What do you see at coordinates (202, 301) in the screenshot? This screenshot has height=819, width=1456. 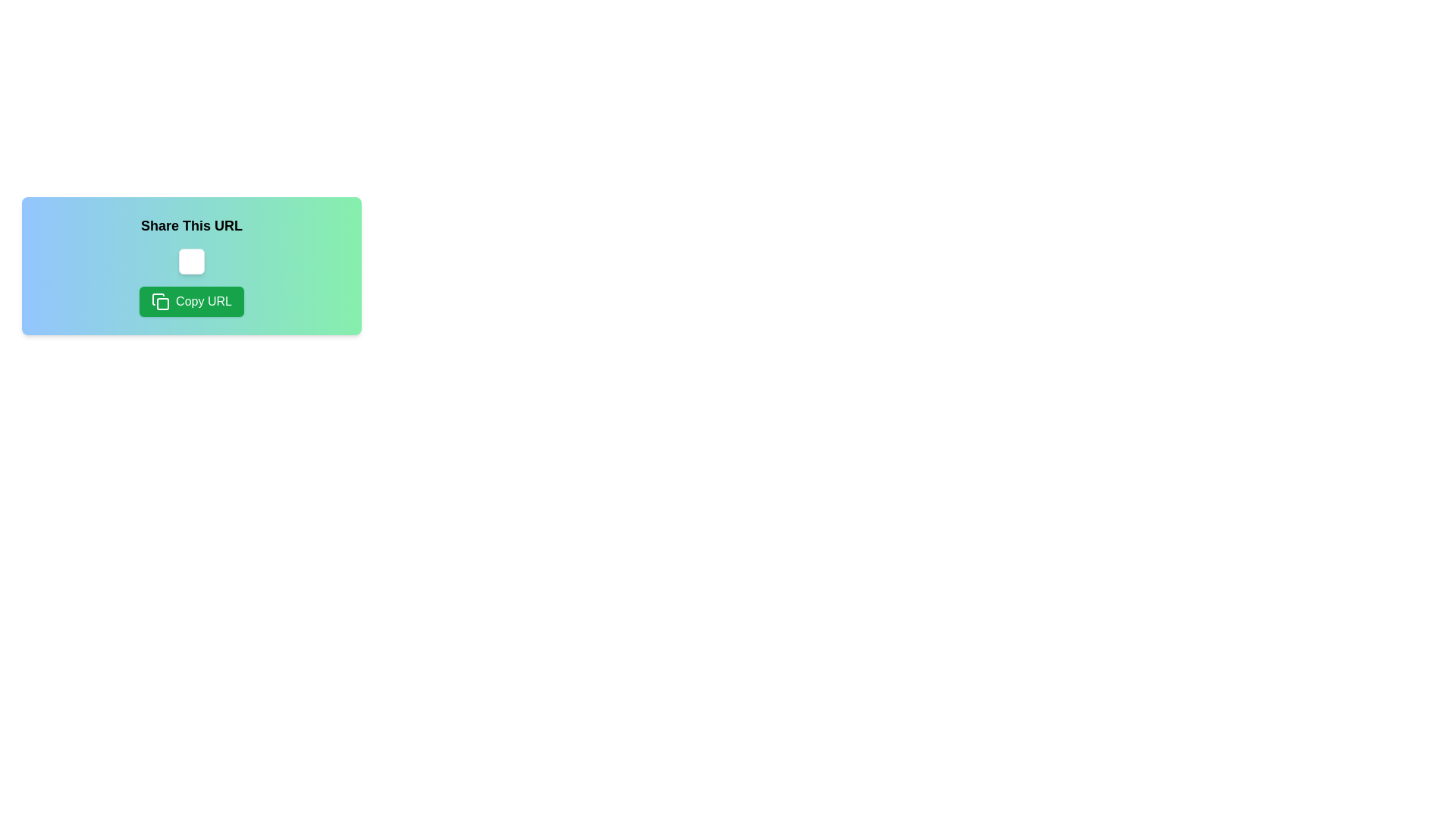 I see `text displayed on the 'Copy URL' text label, which is white and located on a green rounded rectangular button within the sharing interface` at bounding box center [202, 301].